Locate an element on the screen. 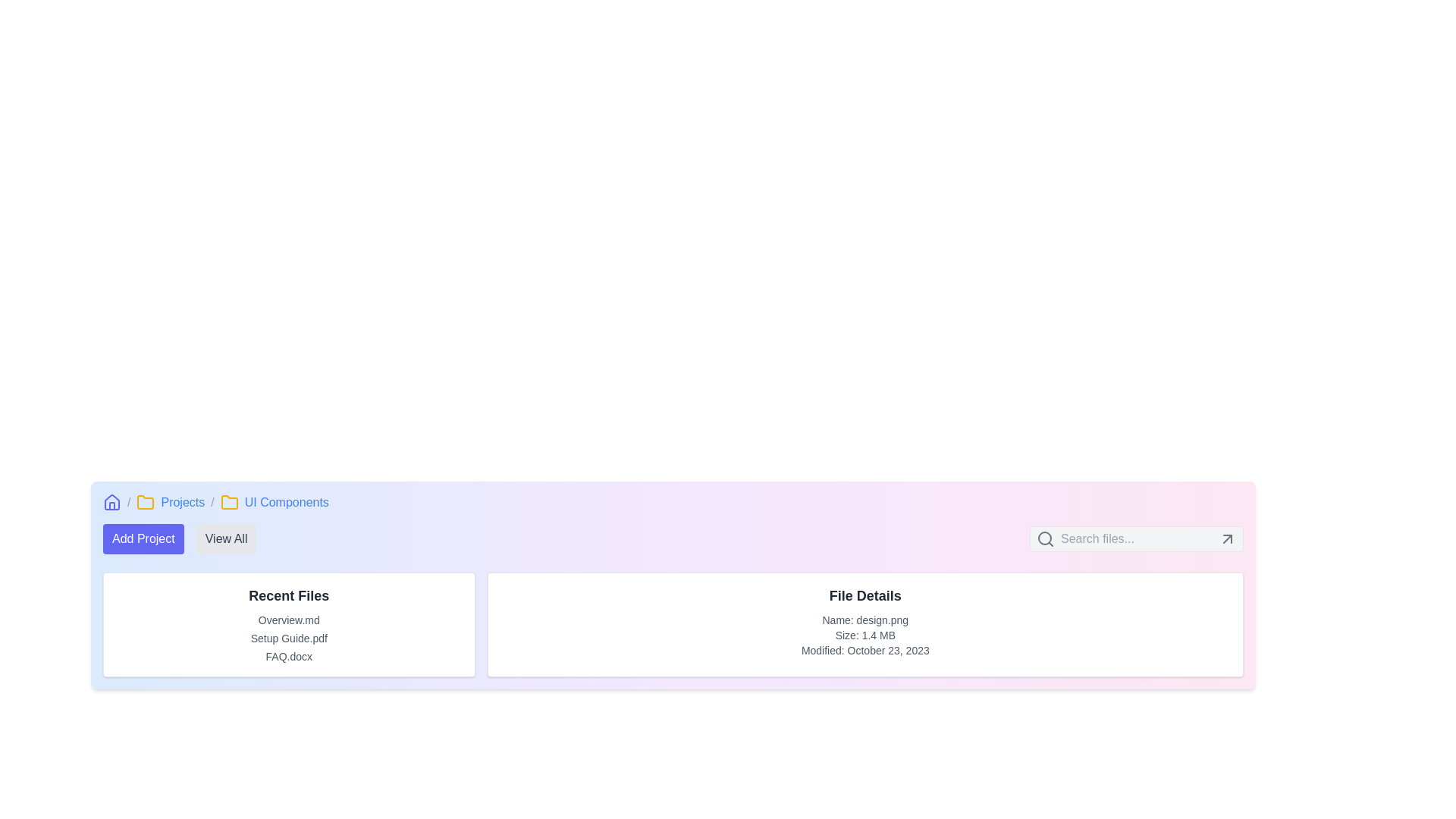  the 'Add Project' button, which is a rectangular button with a blue background and white text, located near the top-left region of the section is located at coordinates (143, 538).